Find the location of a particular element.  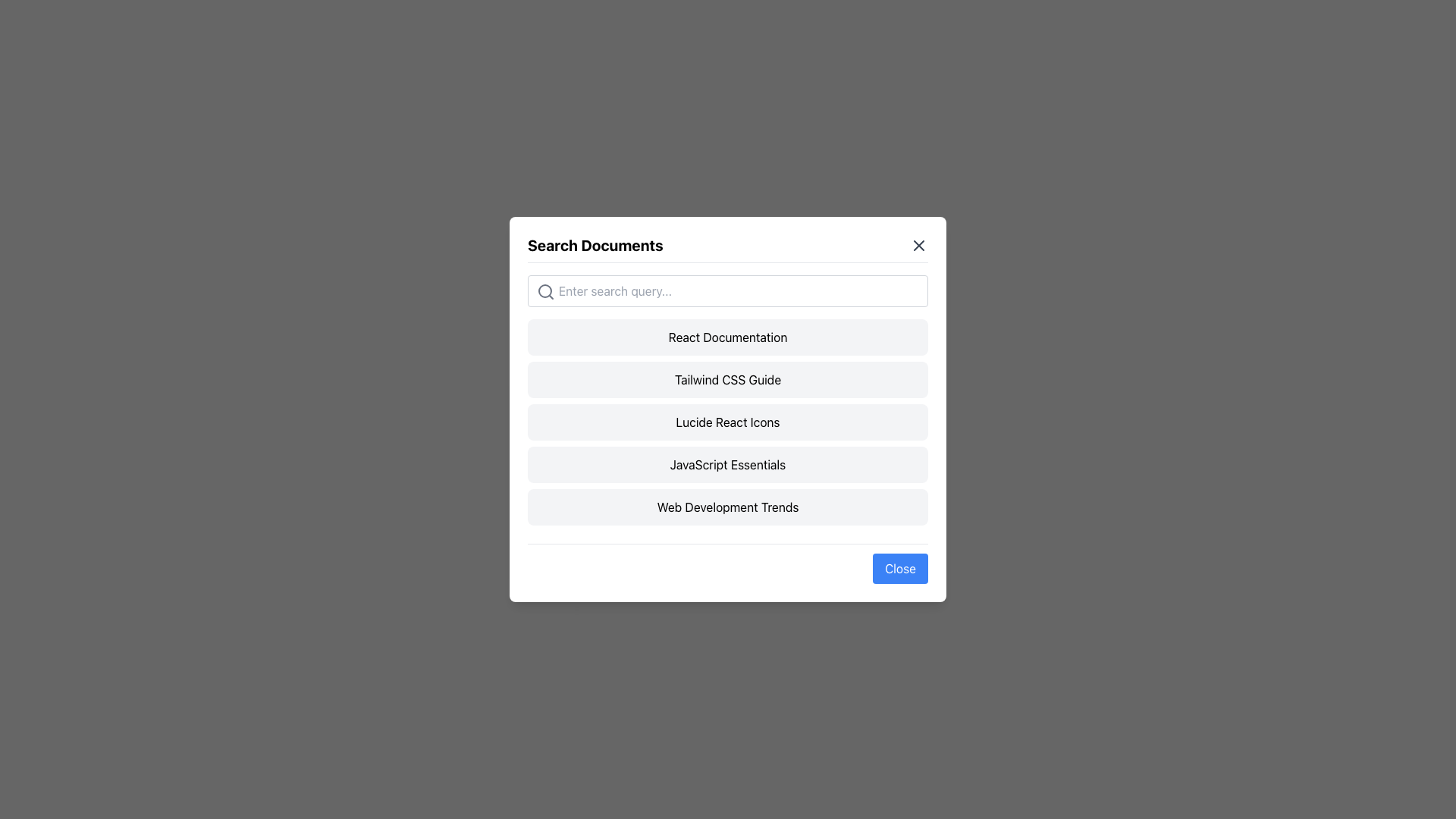

the third button in the vertically stacked list labeled 'Lucide React Icons', which is styled with a light gray rounded rectangle and bold black text is located at coordinates (728, 422).